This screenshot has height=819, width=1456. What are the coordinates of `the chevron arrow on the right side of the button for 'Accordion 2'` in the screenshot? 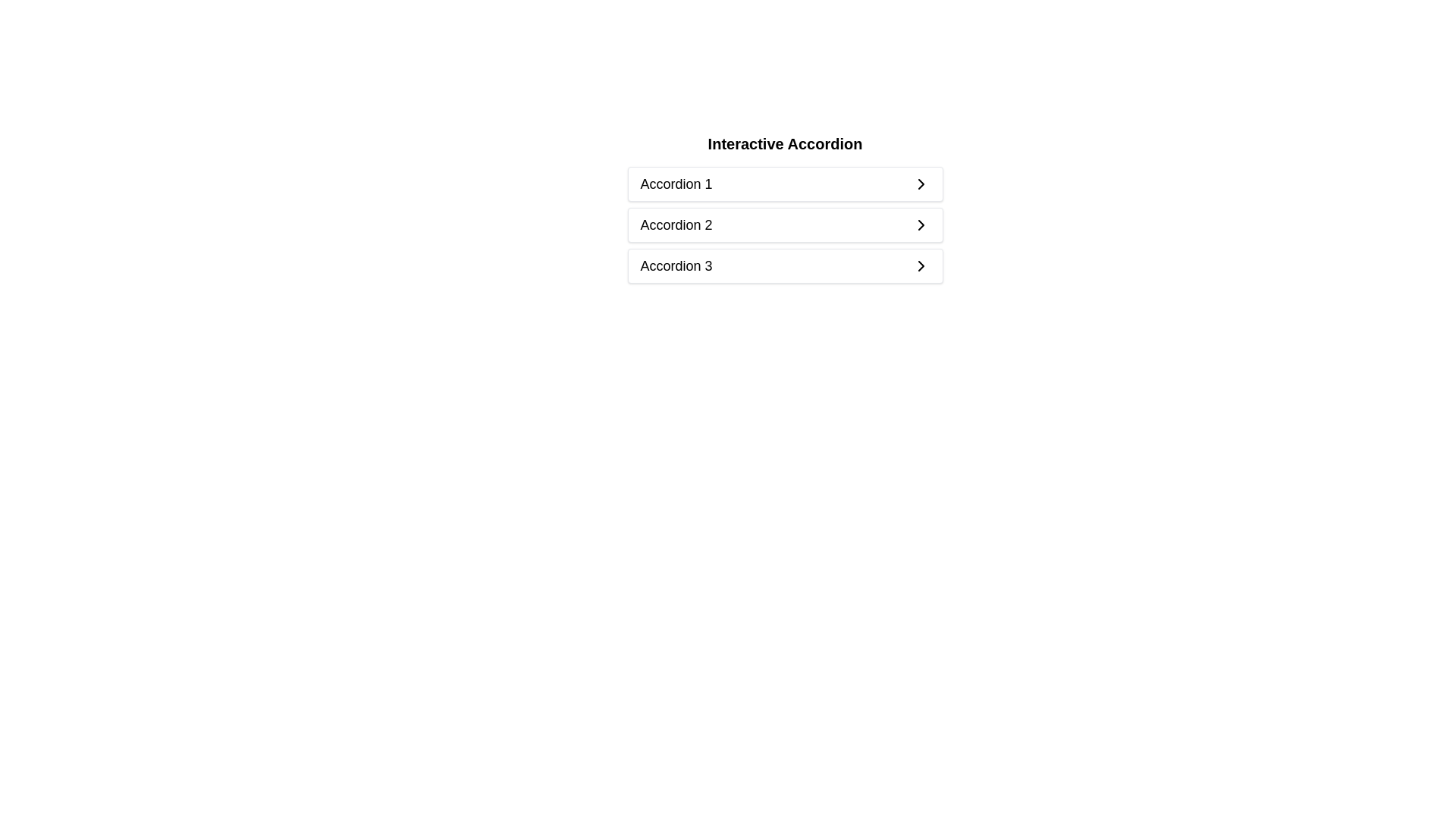 It's located at (920, 225).